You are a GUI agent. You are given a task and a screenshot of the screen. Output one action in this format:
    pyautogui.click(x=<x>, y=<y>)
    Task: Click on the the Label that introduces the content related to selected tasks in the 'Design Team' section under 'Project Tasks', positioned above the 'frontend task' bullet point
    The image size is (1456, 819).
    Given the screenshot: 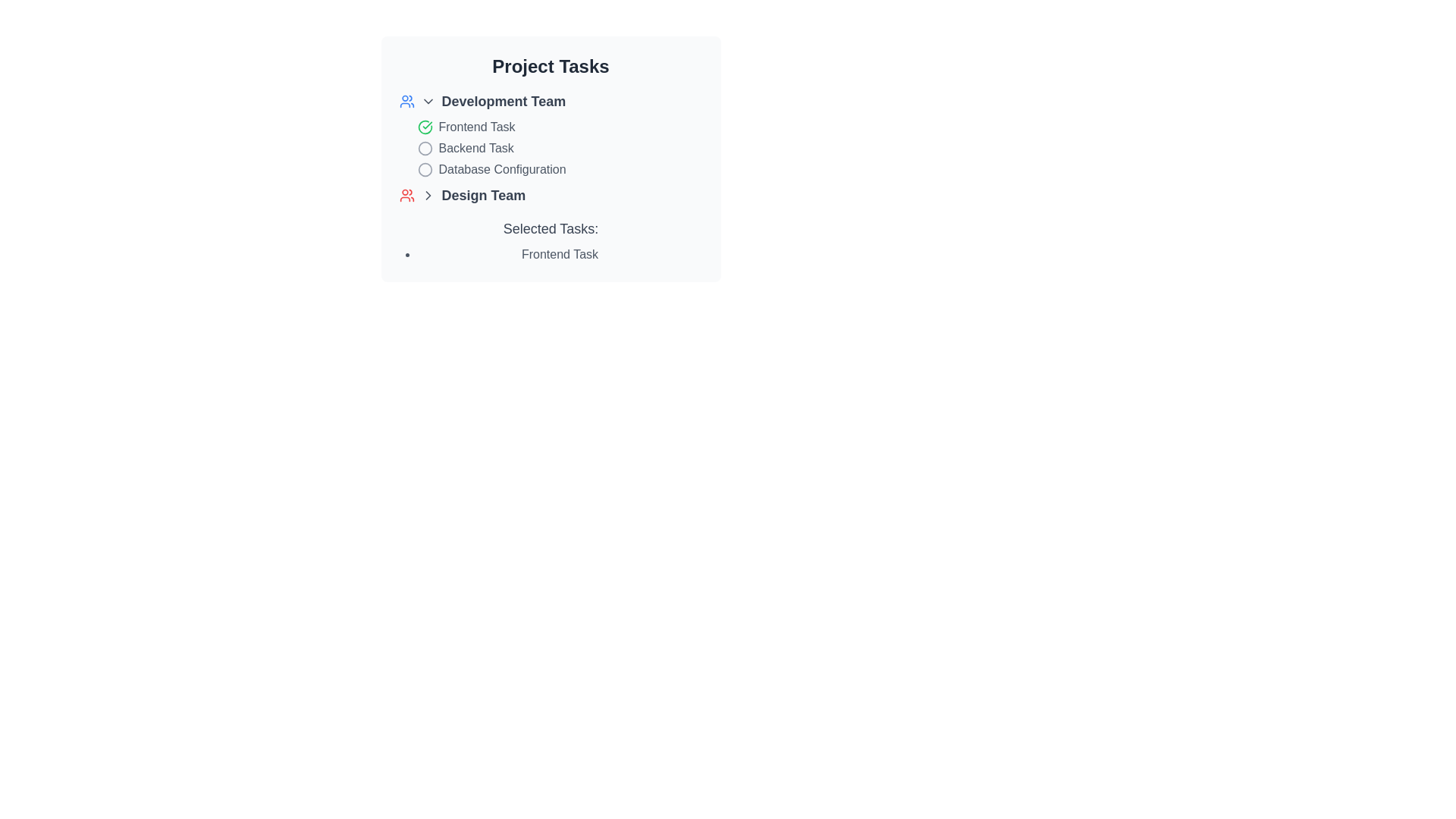 What is the action you would take?
    pyautogui.click(x=550, y=228)
    